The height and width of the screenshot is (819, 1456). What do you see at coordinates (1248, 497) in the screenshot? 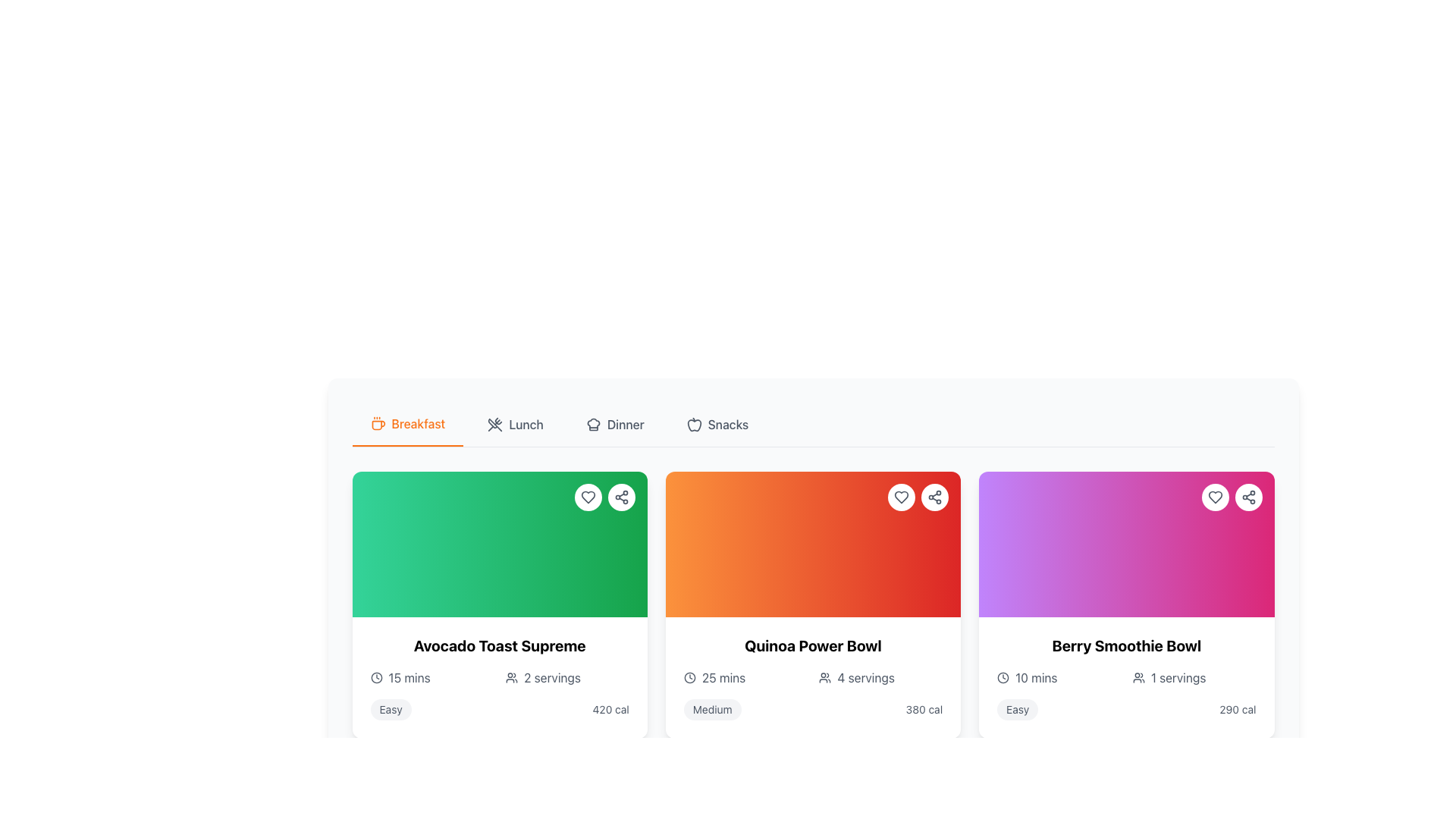
I see `the share icon button located in the top-right corner of the 'Berry Smoothie Bowl' card, next to the heart icon` at bounding box center [1248, 497].